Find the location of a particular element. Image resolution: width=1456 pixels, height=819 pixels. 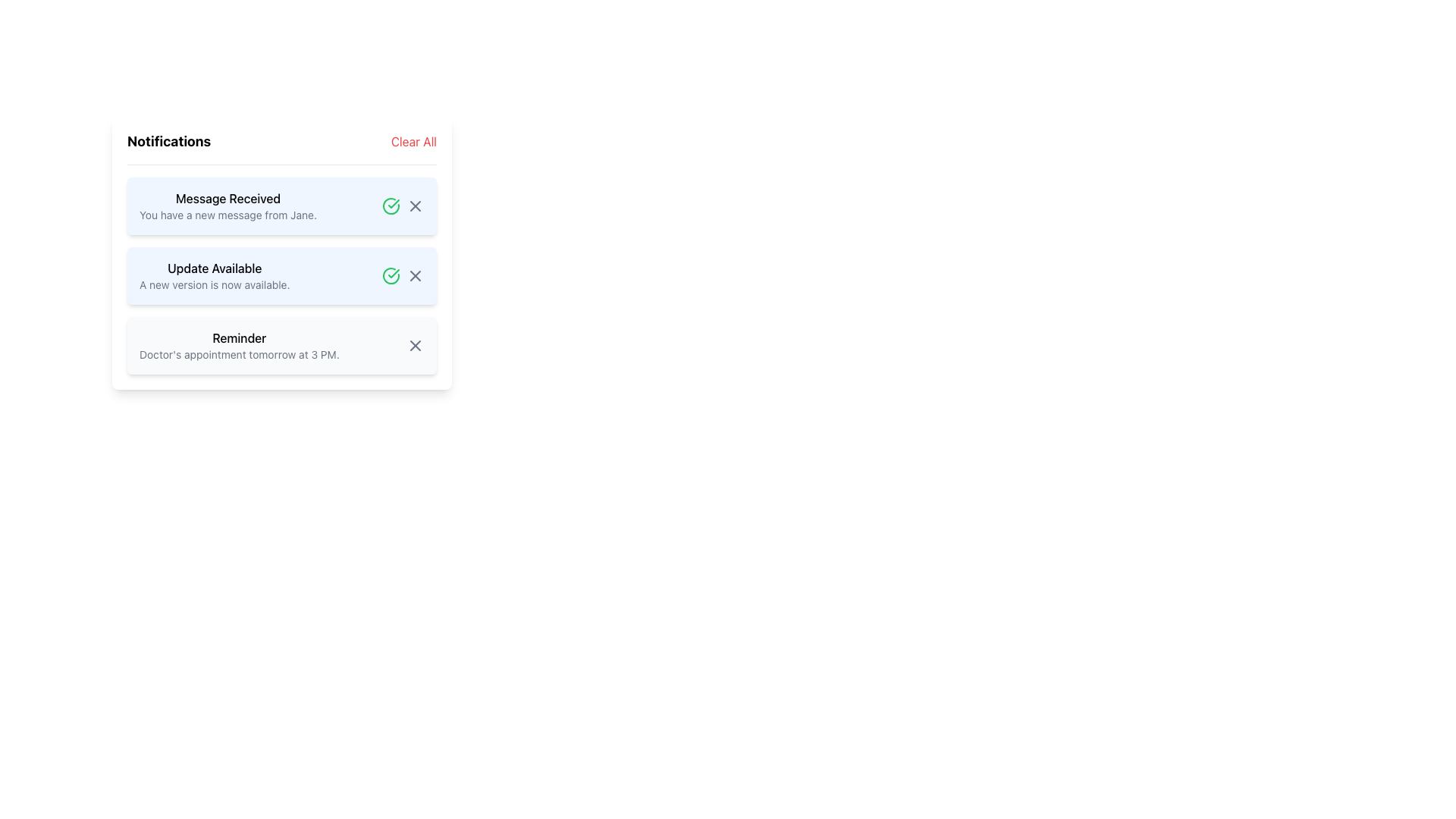

the 'Message Received' notification card that displays a message from Jane, which is the first notification in the list and is highlighted with a light blue background is located at coordinates (227, 206).